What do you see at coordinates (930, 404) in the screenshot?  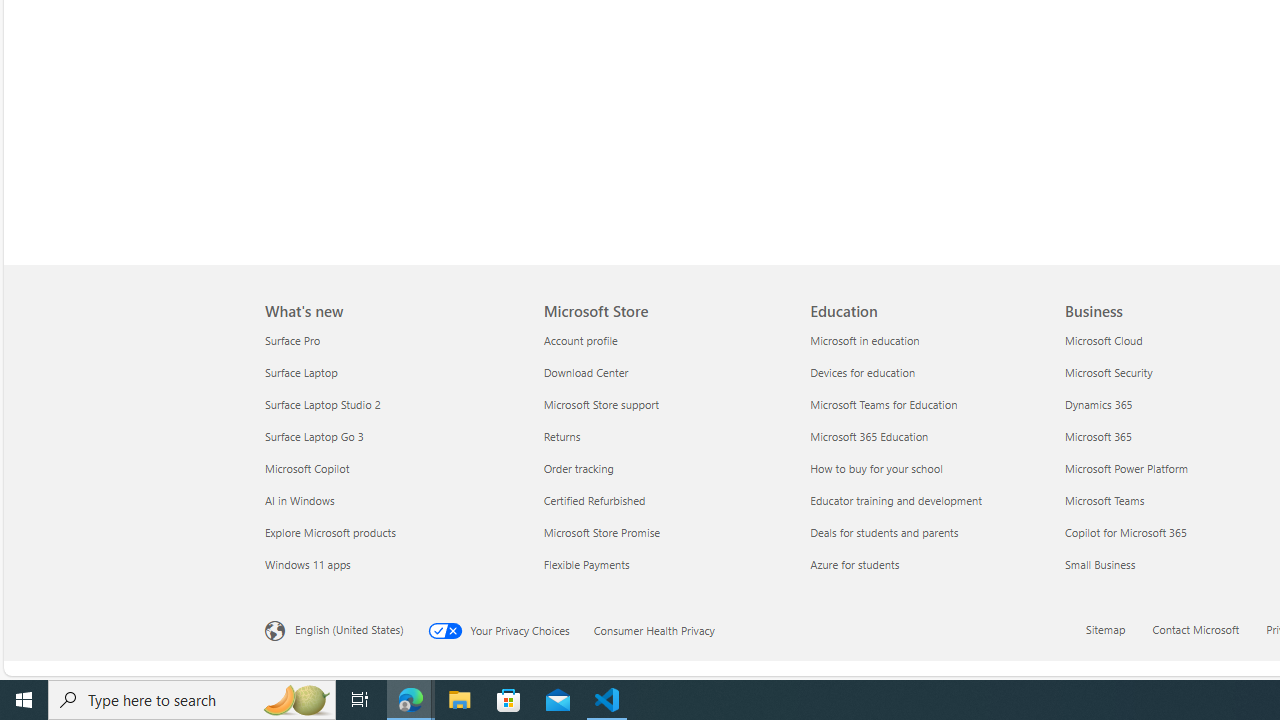 I see `'Microsoft Teams for Education'` at bounding box center [930, 404].